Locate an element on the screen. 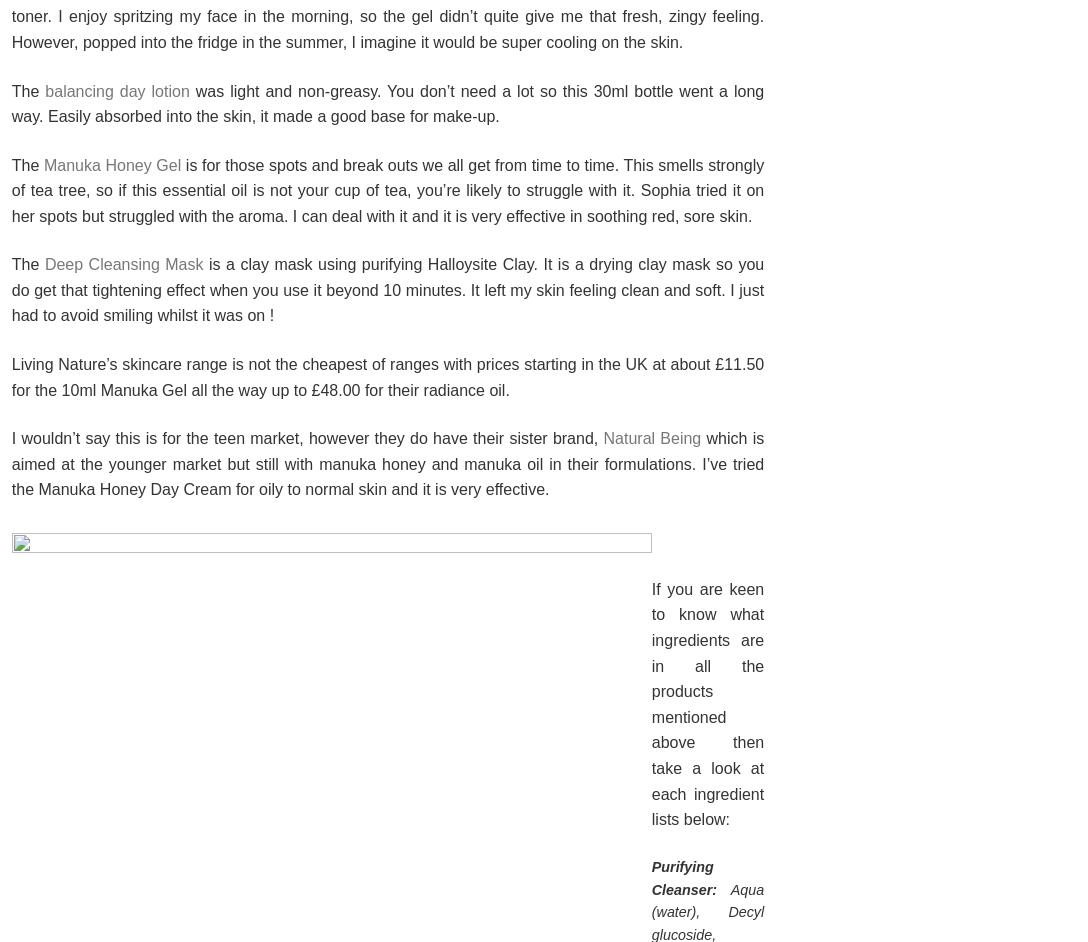 Image resolution: width=1088 pixels, height=942 pixels. 'balancing day lotion' is located at coordinates (116, 89).